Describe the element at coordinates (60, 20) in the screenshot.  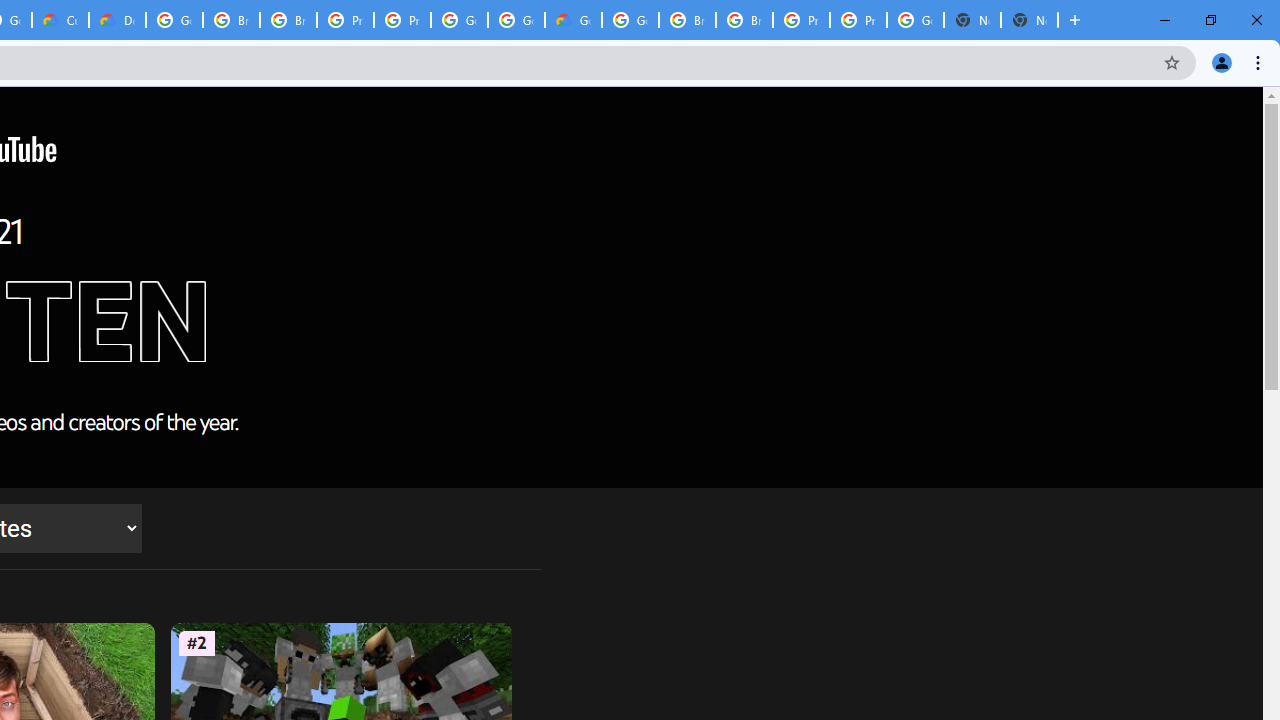
I see `'Customer Care | Google Cloud'` at that location.